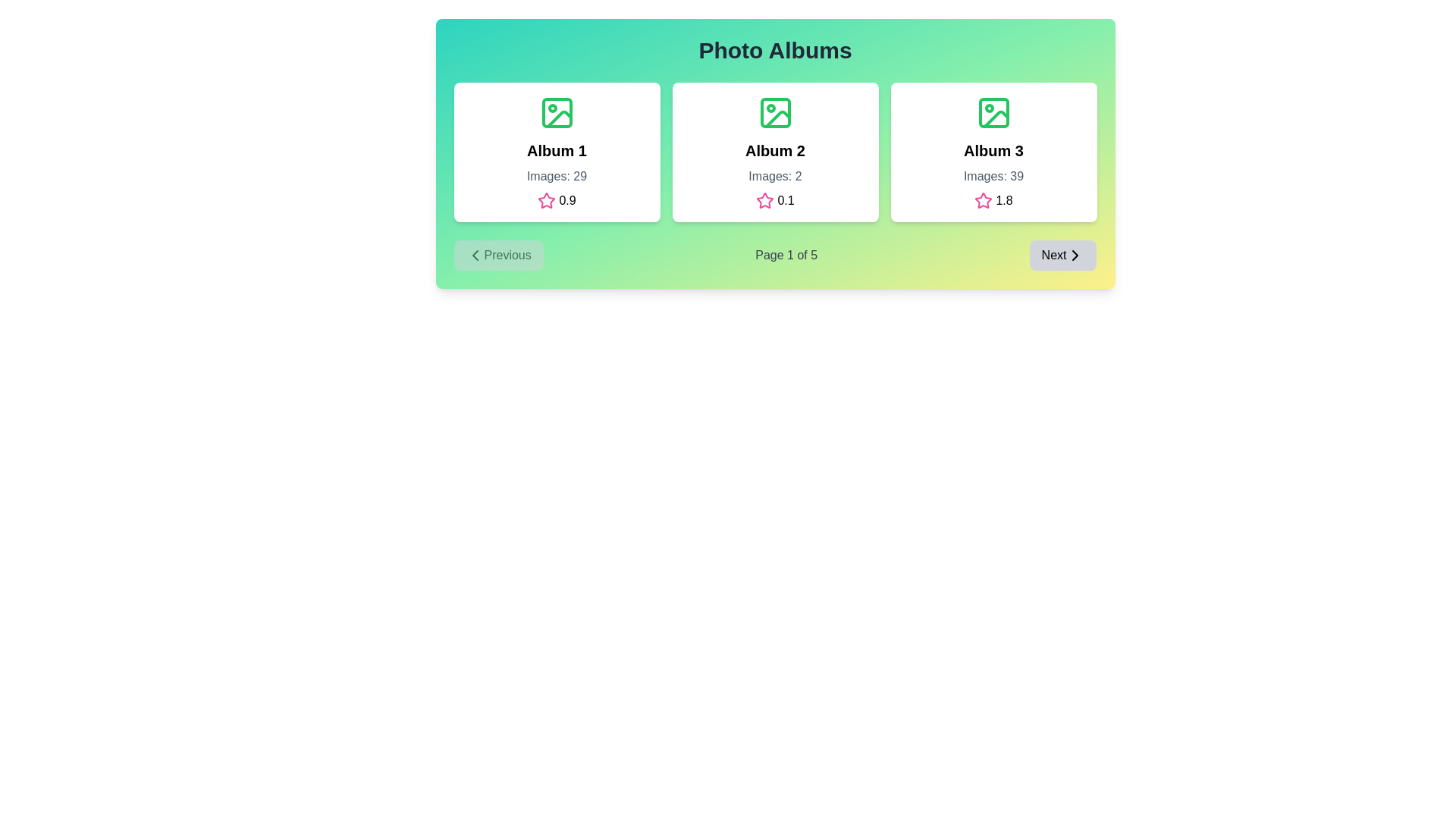  What do you see at coordinates (765, 200) in the screenshot?
I see `the Icon (rating star) located in the middle card titled 'Album 2', under the image count 'Images: 2'` at bounding box center [765, 200].